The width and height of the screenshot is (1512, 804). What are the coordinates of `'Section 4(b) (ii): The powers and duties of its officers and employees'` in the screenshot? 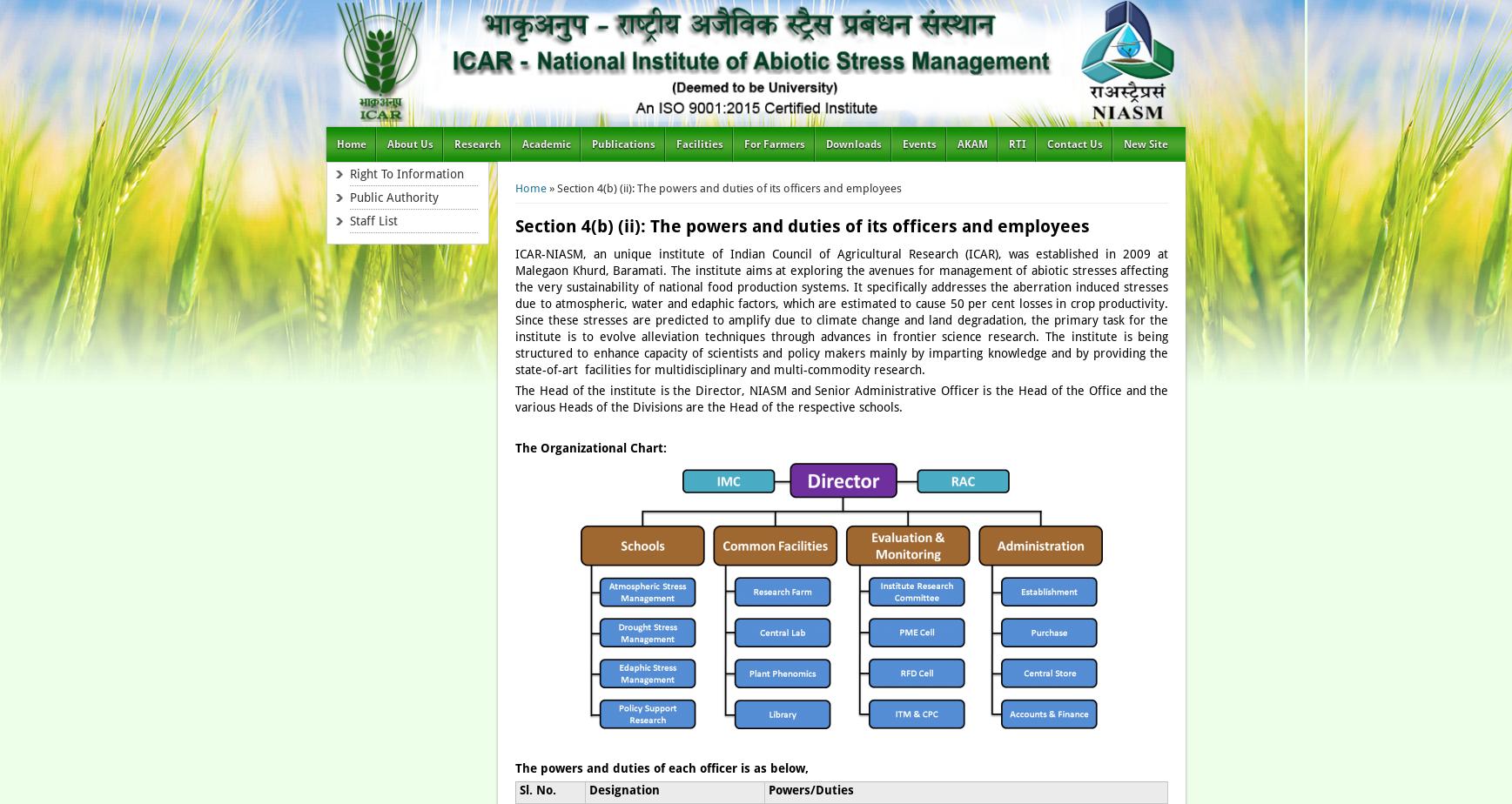 It's located at (802, 226).